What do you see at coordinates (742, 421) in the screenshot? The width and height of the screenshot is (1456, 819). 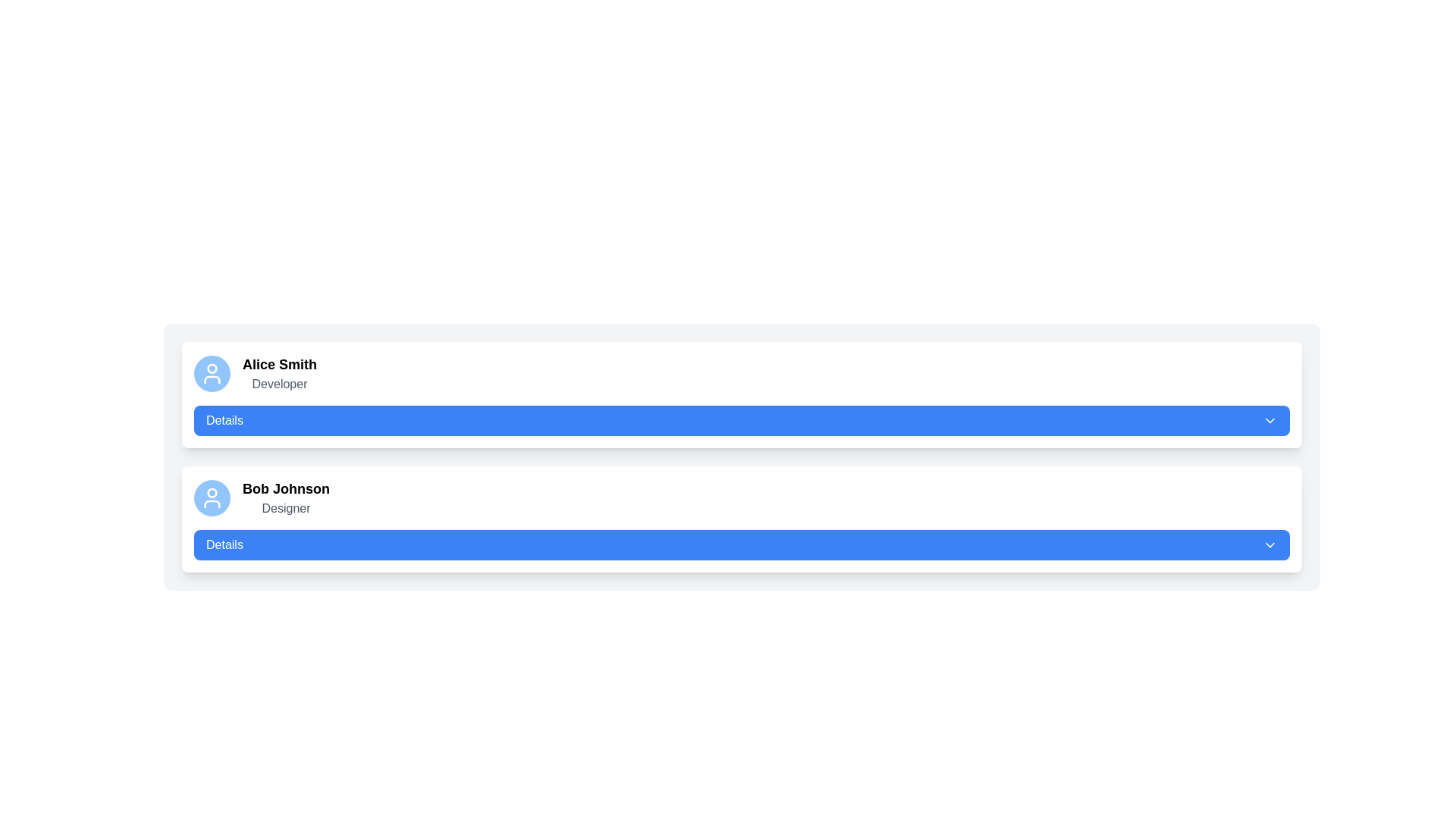 I see `the button located at the bottom of the card related to 'Alice Smith'` at bounding box center [742, 421].